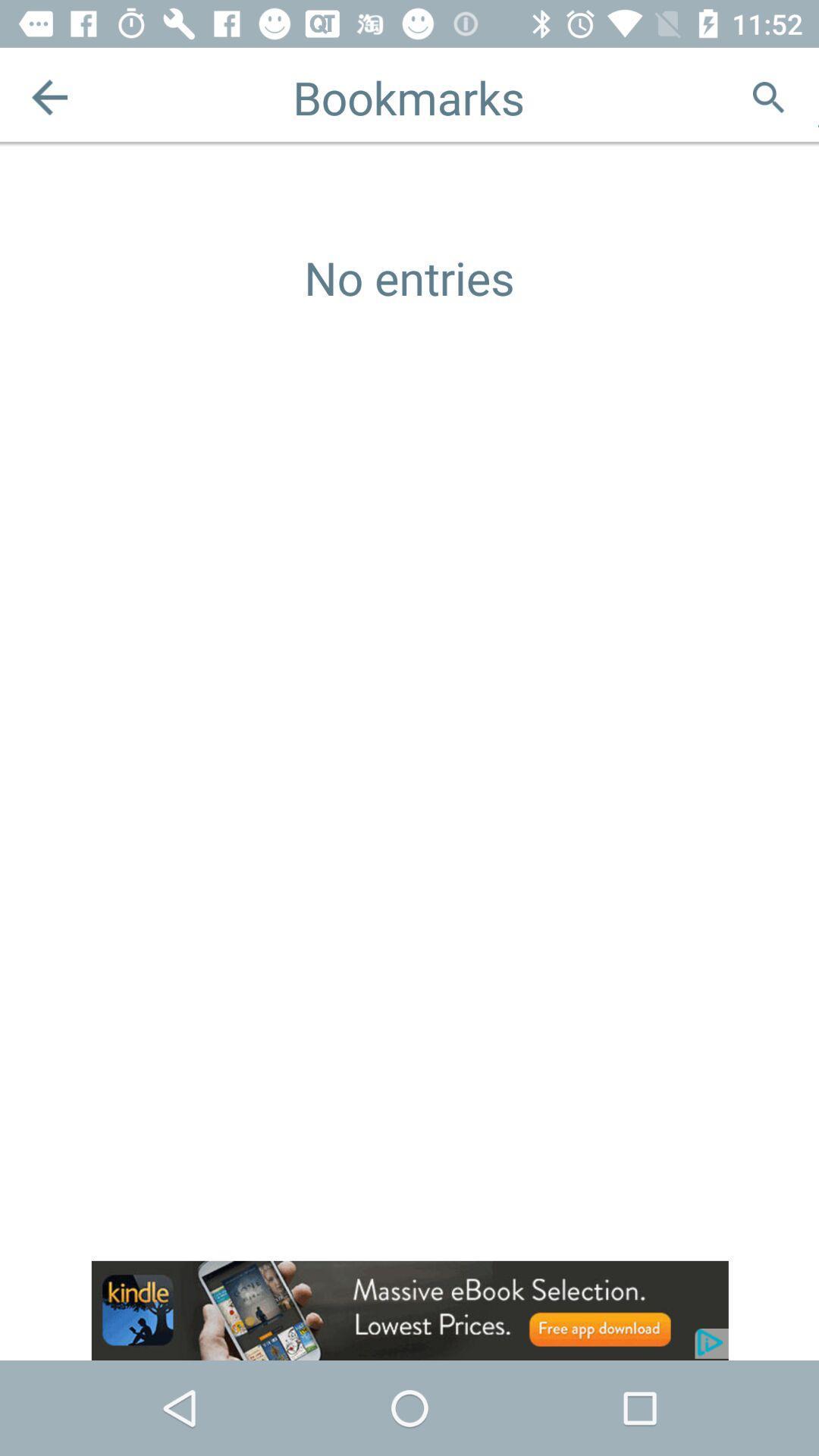 This screenshot has height=1456, width=819. Describe the element at coordinates (49, 96) in the screenshot. I see `go back` at that location.